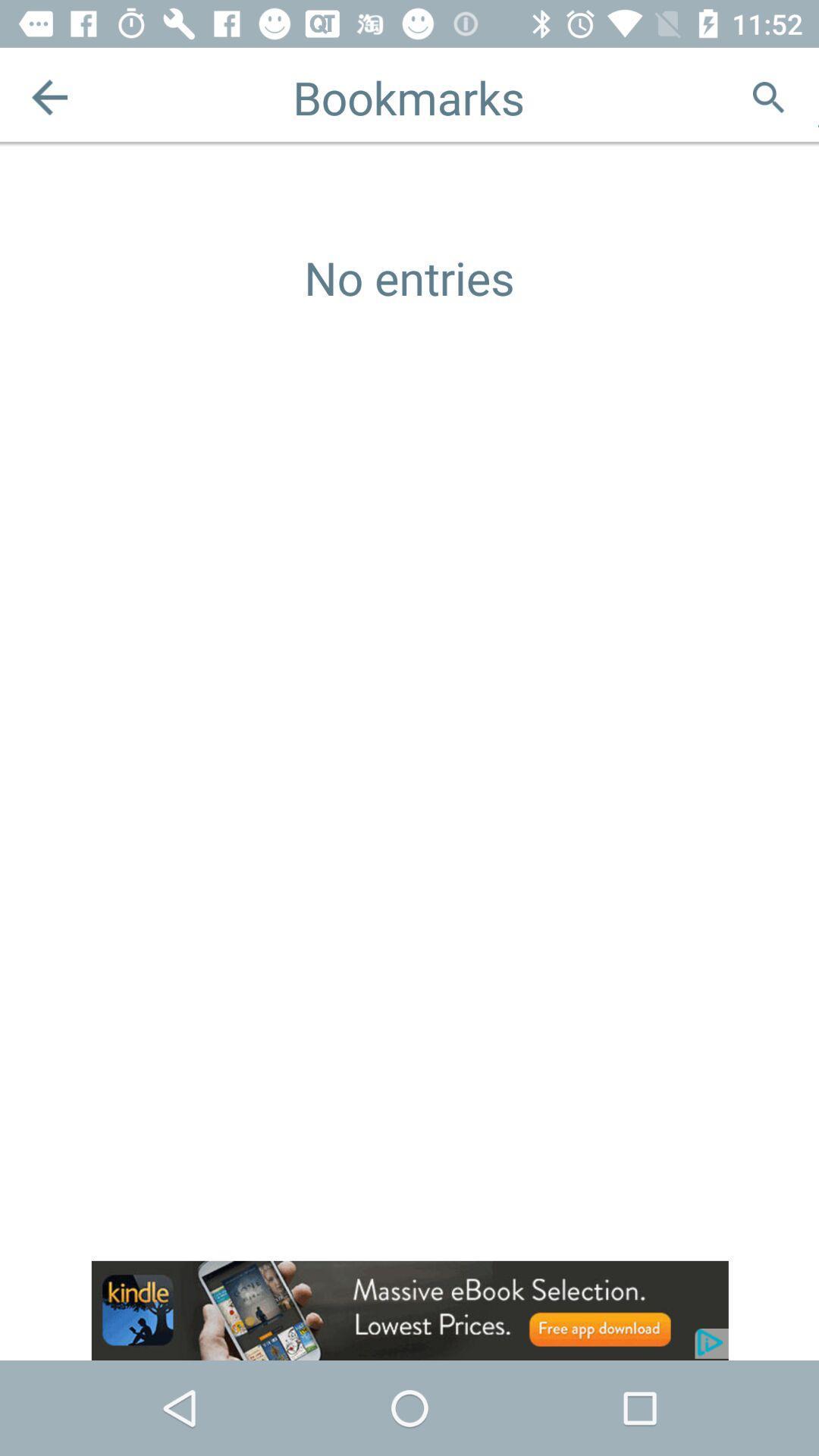 This screenshot has height=1456, width=819. Describe the element at coordinates (49, 96) in the screenshot. I see `go back` at that location.